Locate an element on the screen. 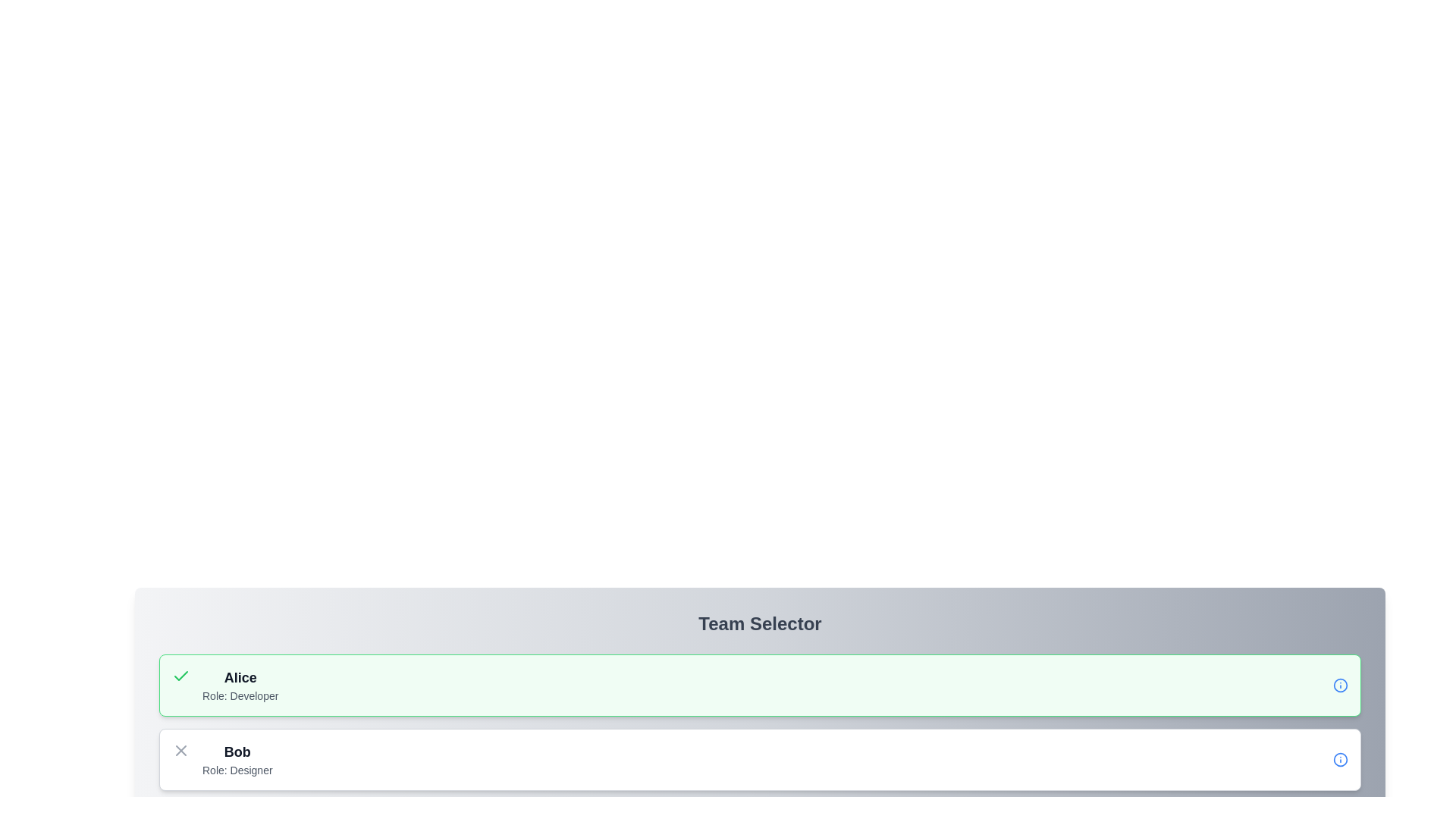 The image size is (1456, 819). the green-highlighted box labeled 'Alice Role: Developer' surrounding the green checkmark icon, indicating completion is located at coordinates (181, 675).